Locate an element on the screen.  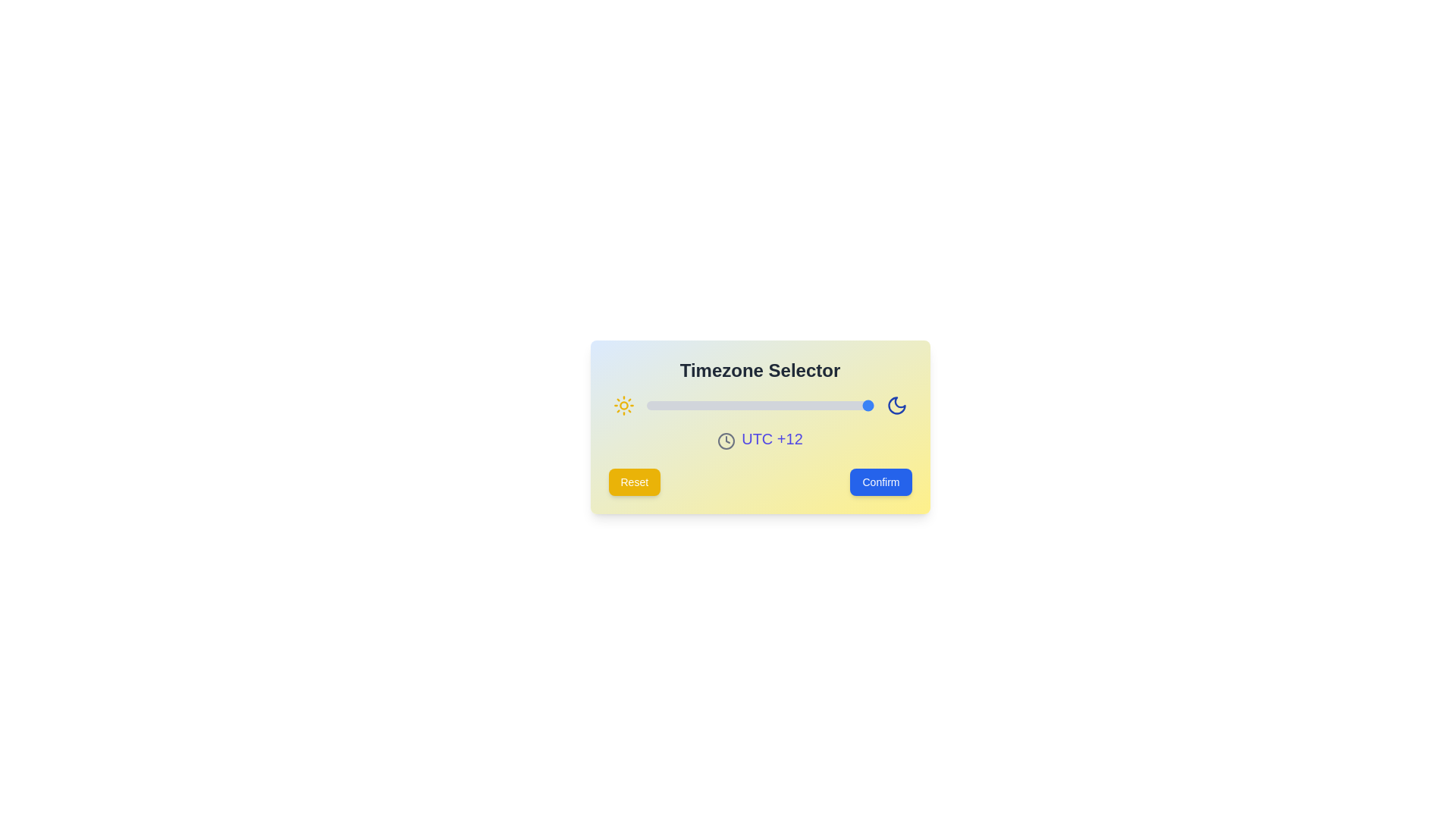
the 'Confirm' button to confirm the selected timezone is located at coordinates (880, 482).